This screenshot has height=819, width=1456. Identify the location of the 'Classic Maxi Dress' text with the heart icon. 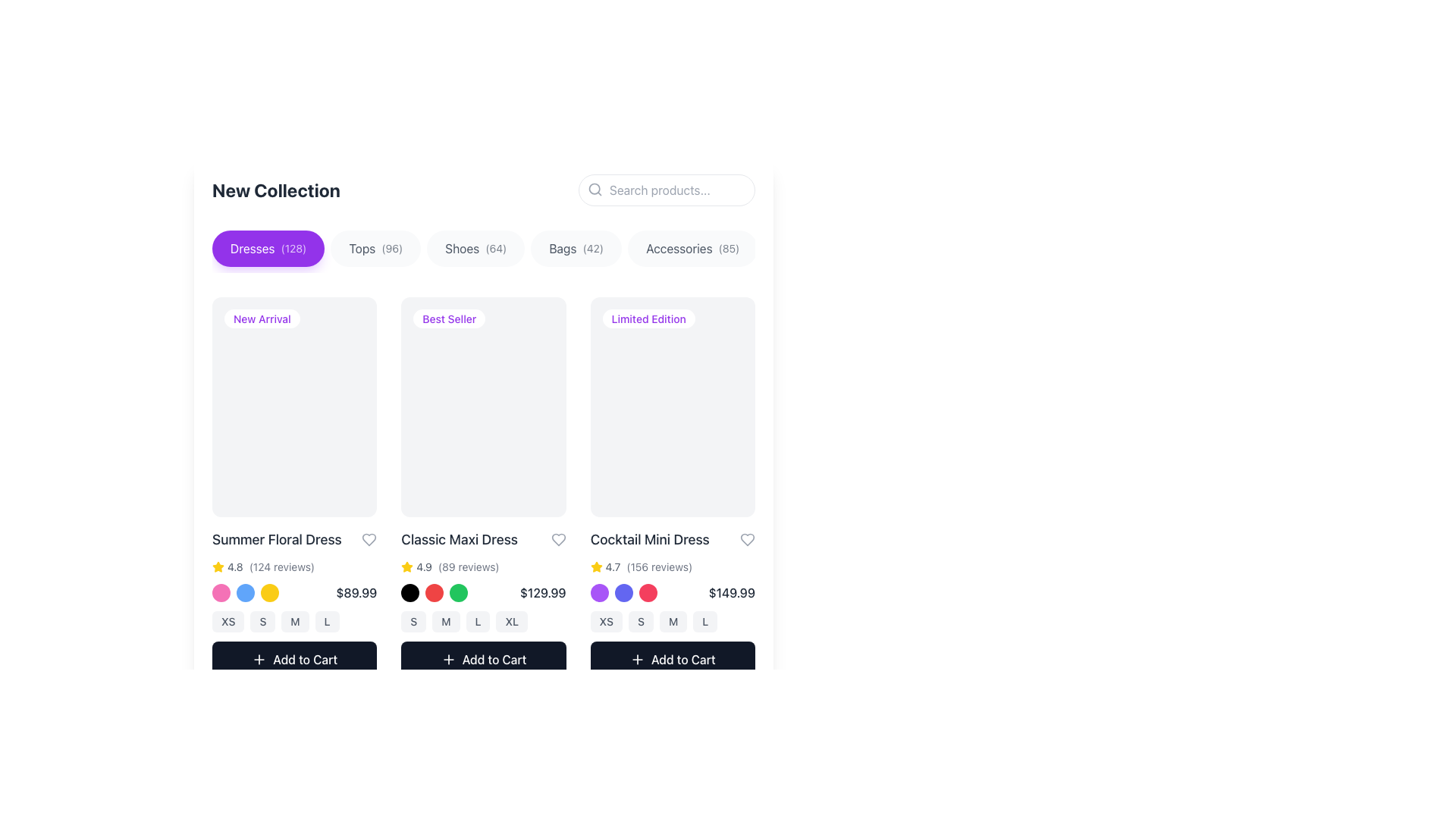
(483, 538).